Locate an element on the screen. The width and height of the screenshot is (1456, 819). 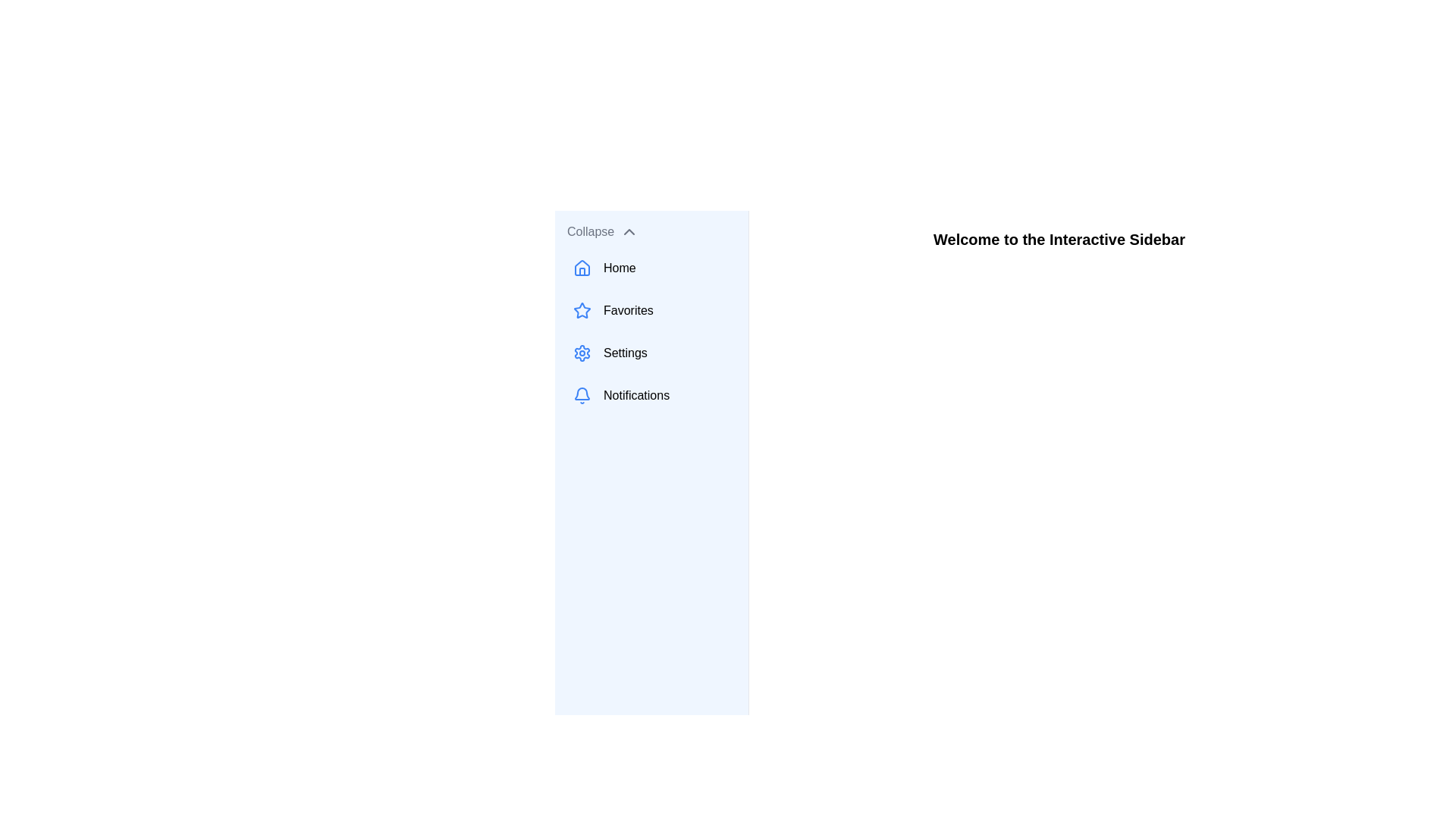
the label indicating the current state of the expandable menu located in the sidebar at the top-left corner, to the left of the chevron-up icon is located at coordinates (590, 231).